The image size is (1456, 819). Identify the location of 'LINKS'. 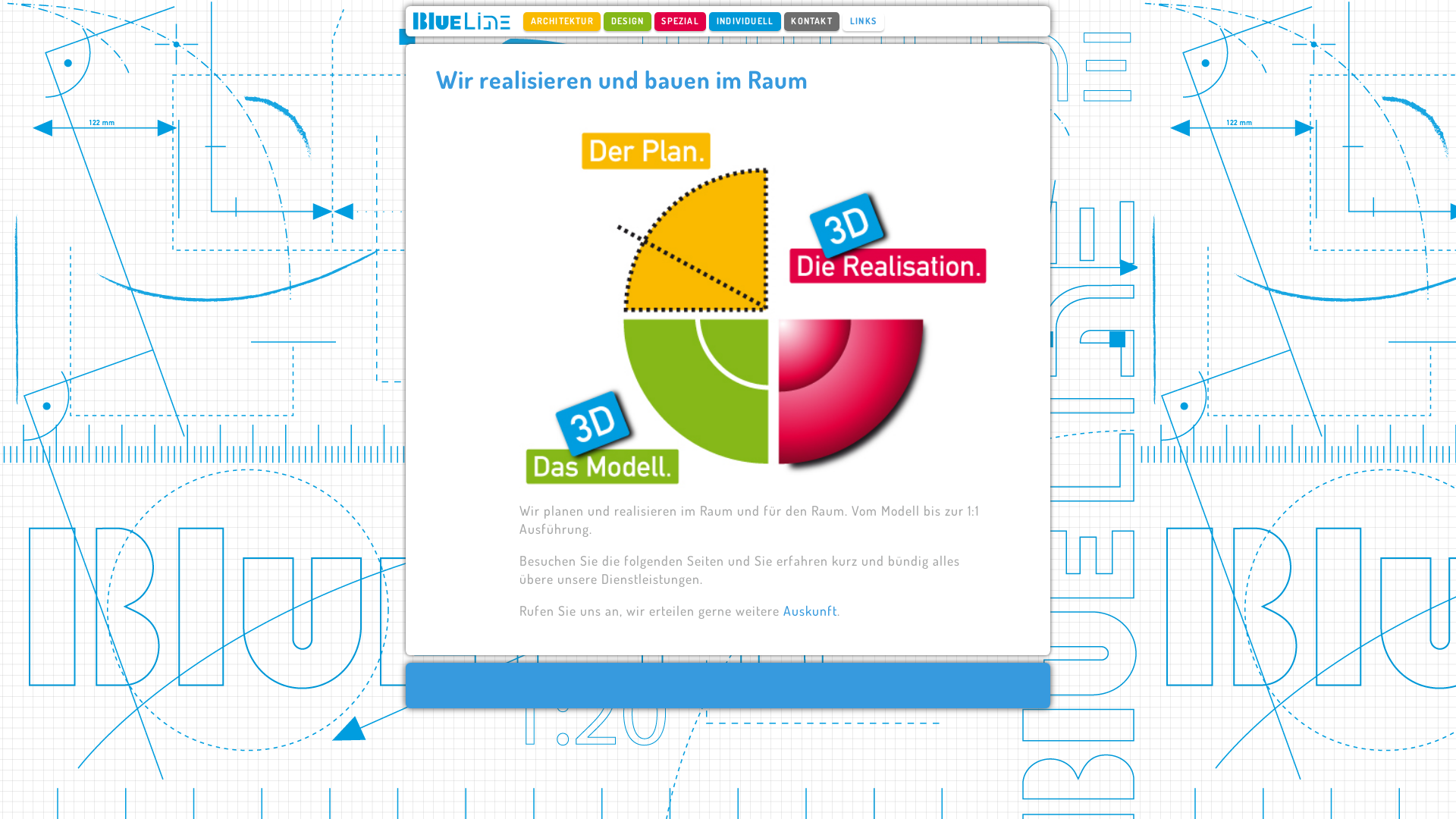
(862, 21).